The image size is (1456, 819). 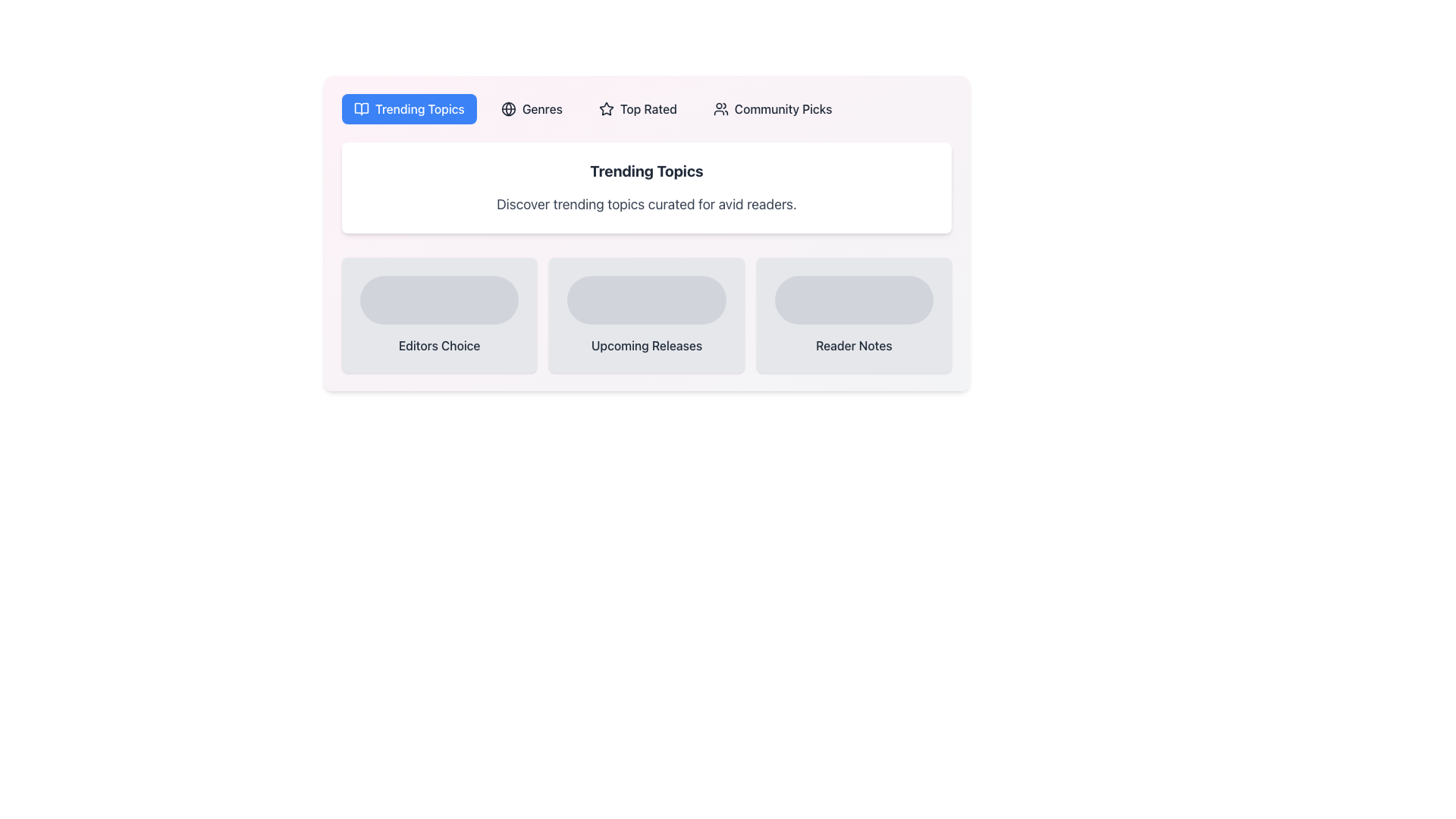 I want to click on the 'Community Picks' text label located in the upper-right quadrant of the menu bar, so click(x=783, y=108).